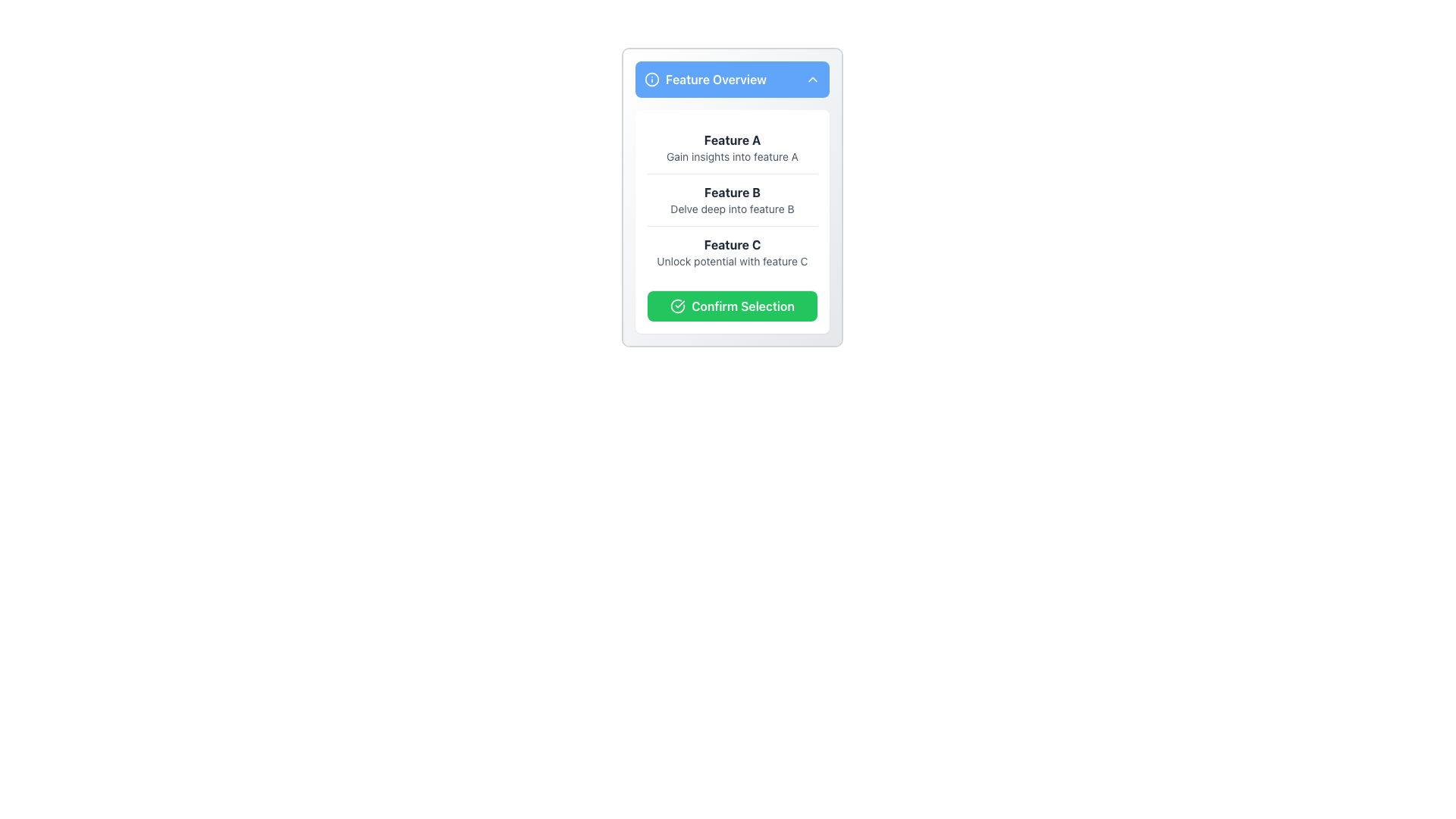 Image resolution: width=1456 pixels, height=819 pixels. What do you see at coordinates (651, 79) in the screenshot?
I see `the circular SVG graphical element that is part of the icon associated with the 'Feature Overview' header` at bounding box center [651, 79].